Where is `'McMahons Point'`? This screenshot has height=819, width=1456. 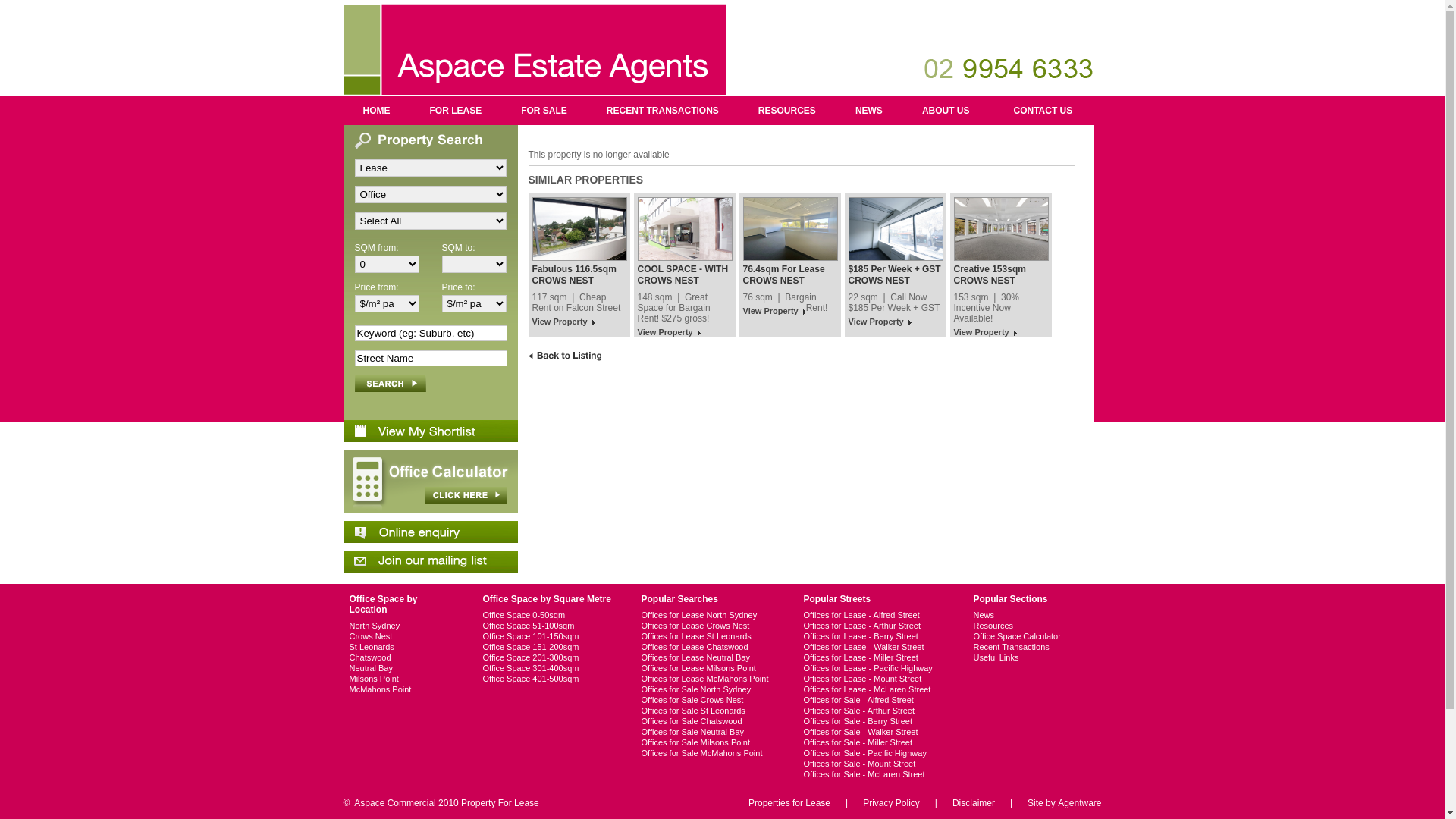 'McMahons Point' is located at coordinates (403, 689).